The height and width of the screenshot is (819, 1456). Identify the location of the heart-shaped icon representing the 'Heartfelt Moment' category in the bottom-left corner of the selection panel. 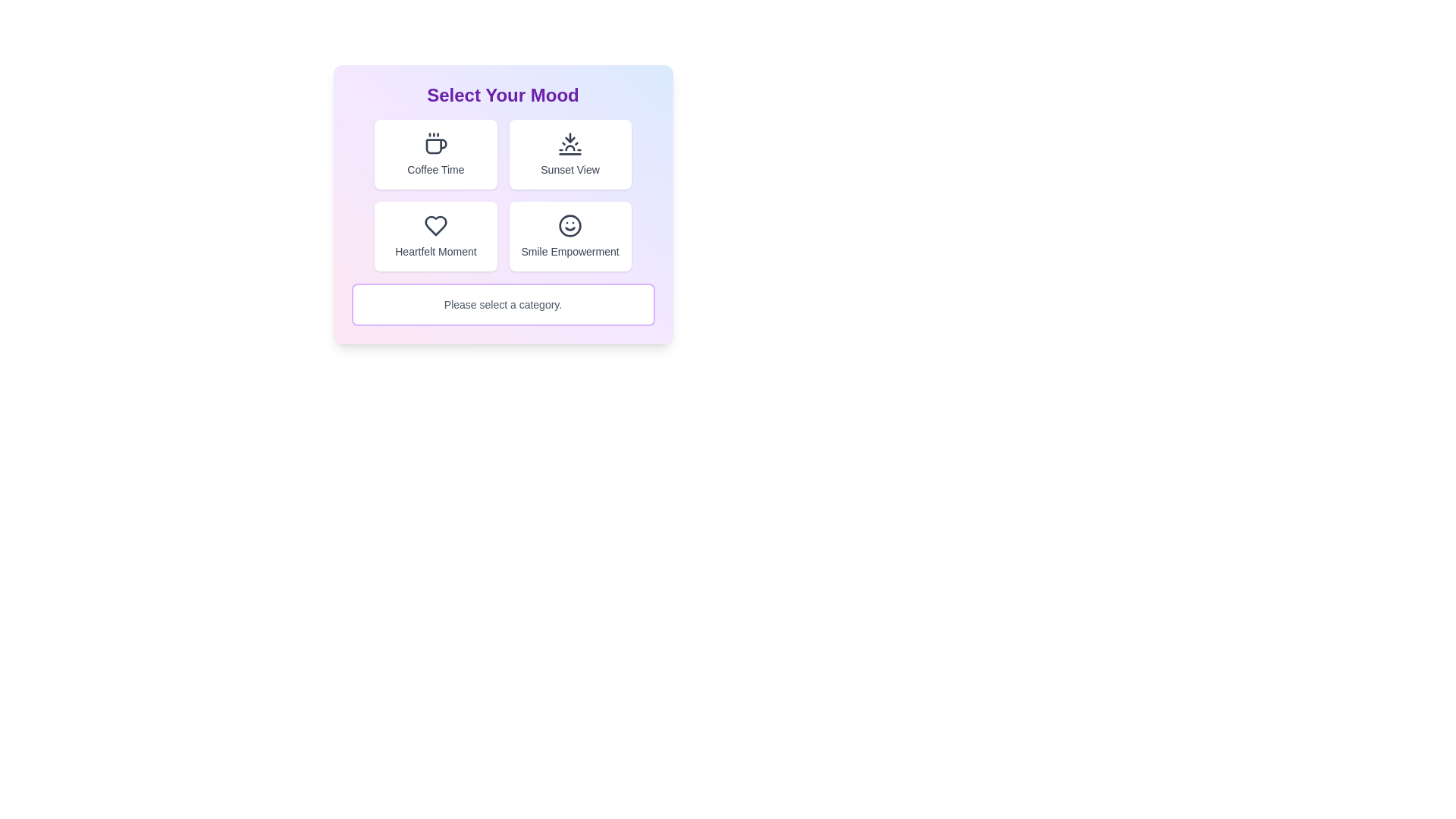
(435, 225).